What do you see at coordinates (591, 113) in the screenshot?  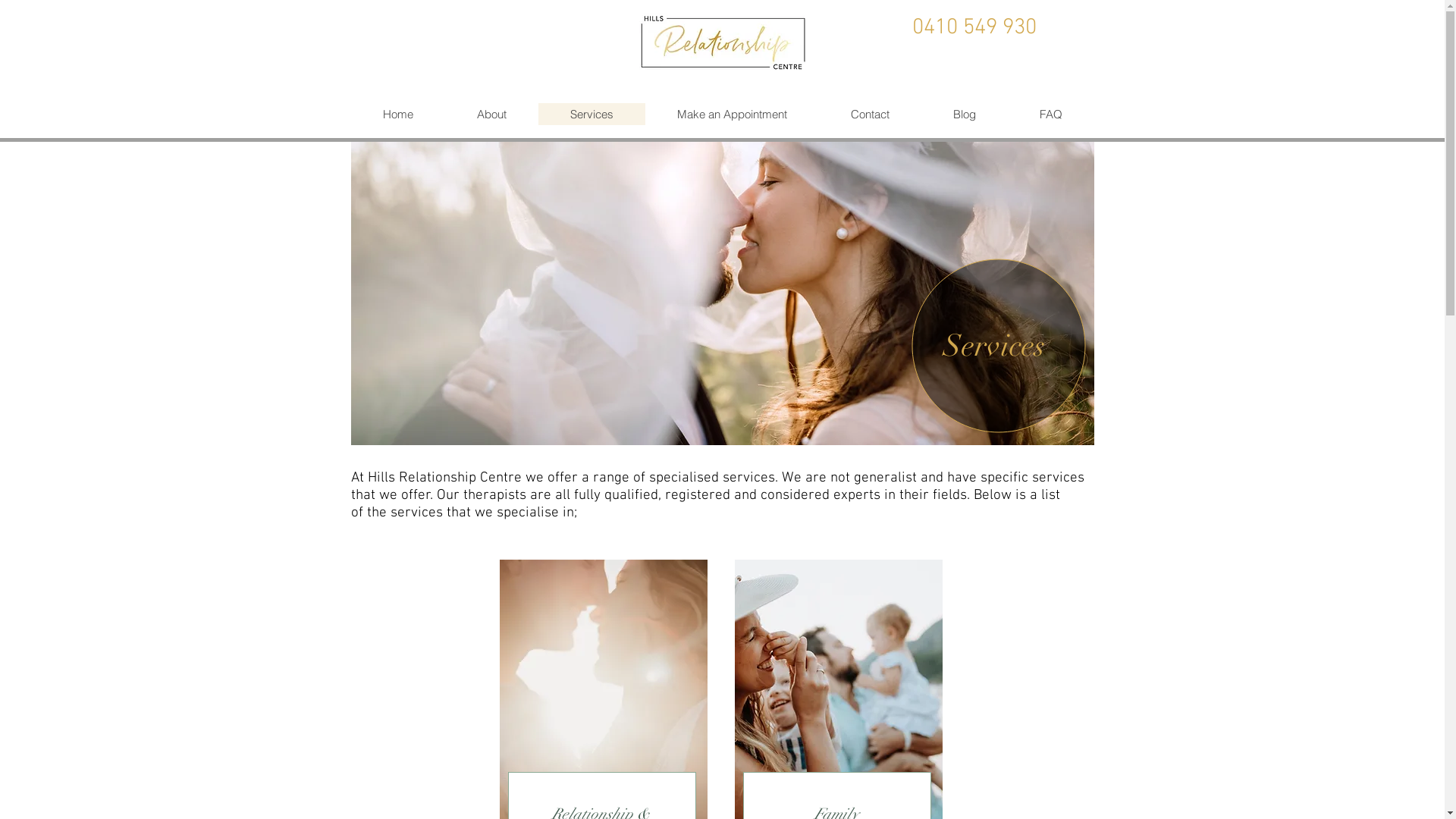 I see `'Services'` at bounding box center [591, 113].